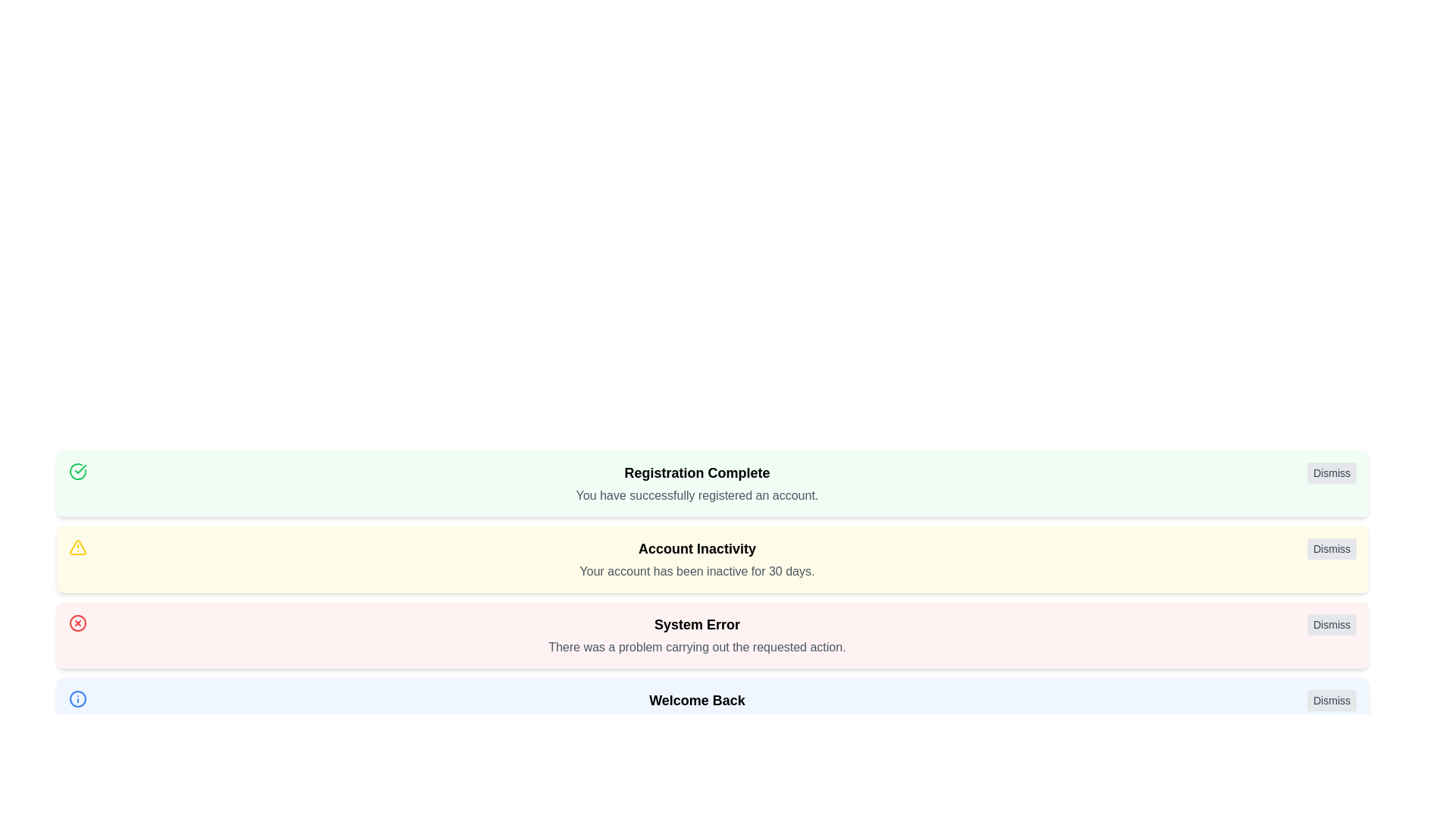  I want to click on the notification detail message indicating account inactivity duration of 30 days, which is centrally aligned beneath the heading 'Account Inactivity', so click(696, 571).